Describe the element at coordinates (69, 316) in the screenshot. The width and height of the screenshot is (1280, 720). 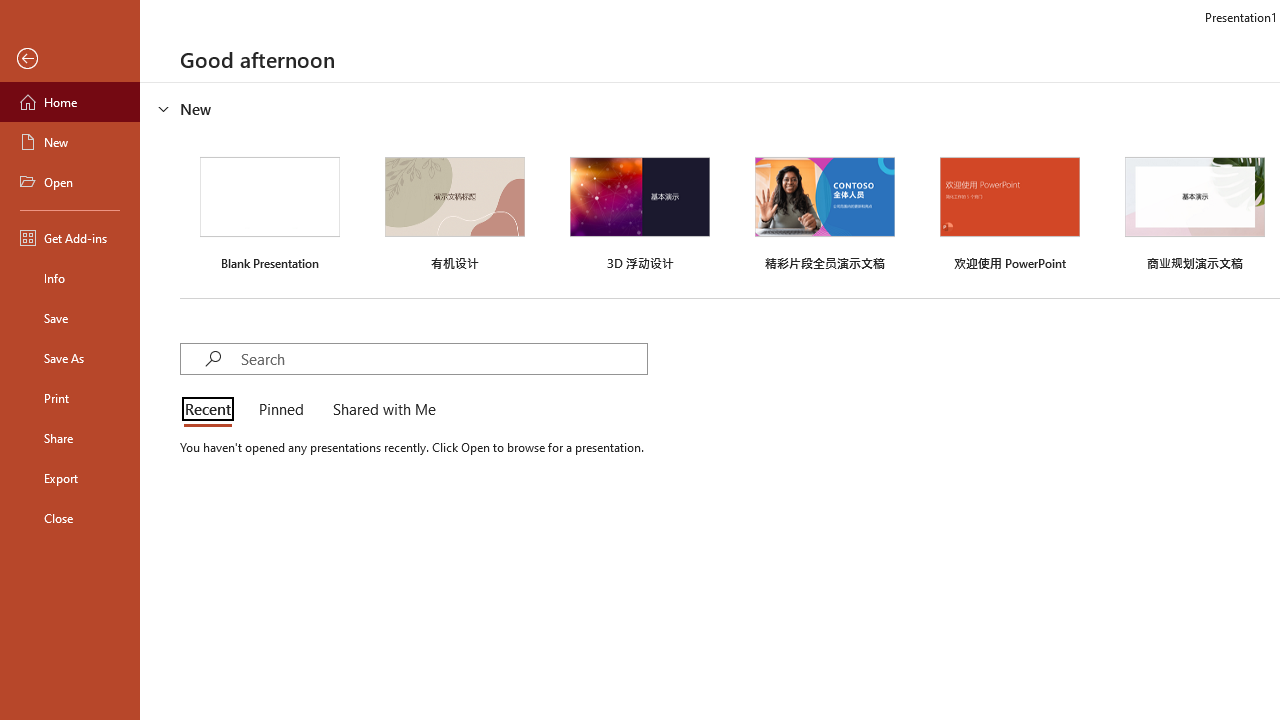
I see `'Save'` at that location.